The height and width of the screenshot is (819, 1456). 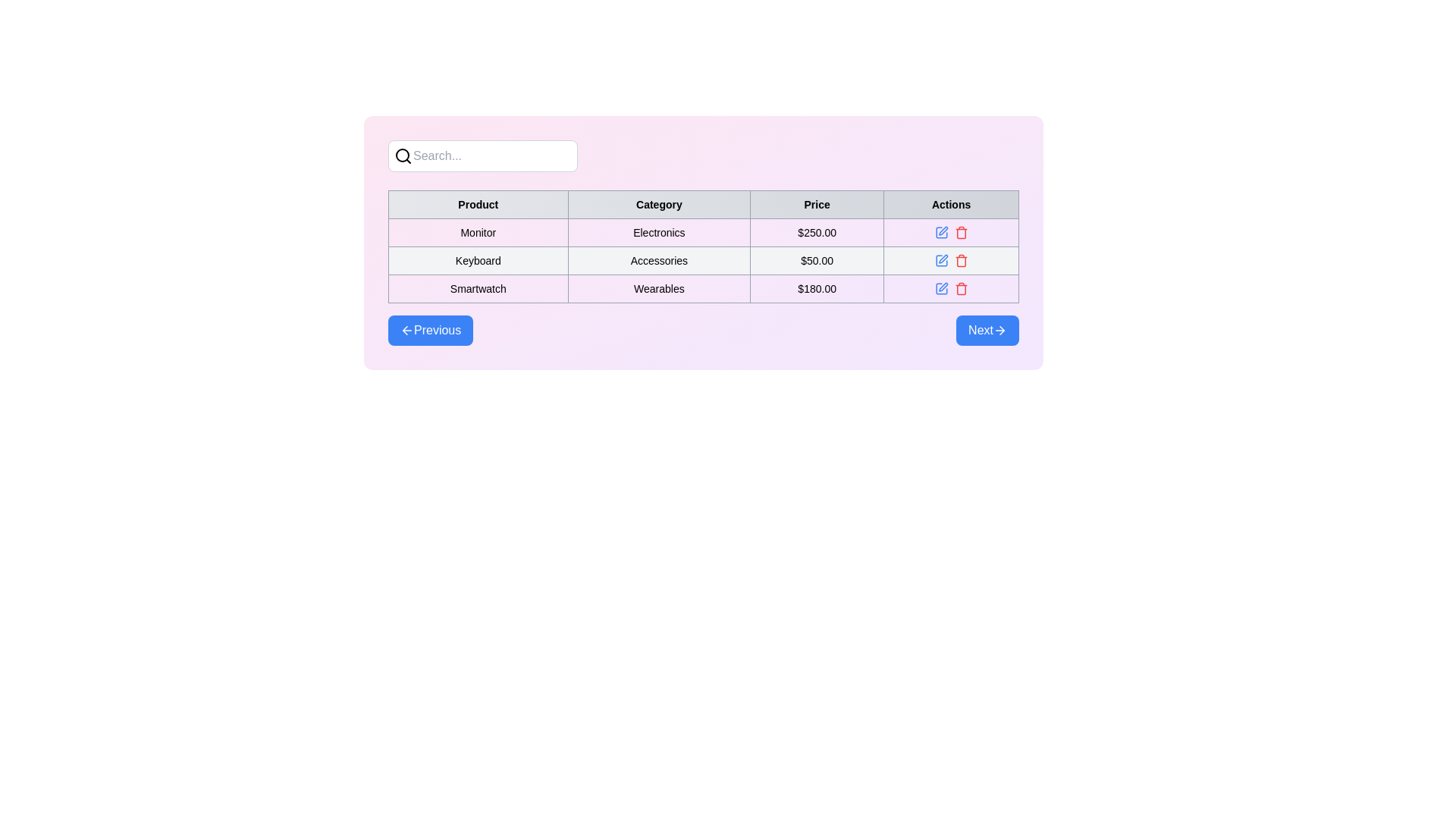 What do you see at coordinates (702, 259) in the screenshot?
I see `the second row of the product table displaying 'Keyboard', 'Accessories', and '$50.00'` at bounding box center [702, 259].